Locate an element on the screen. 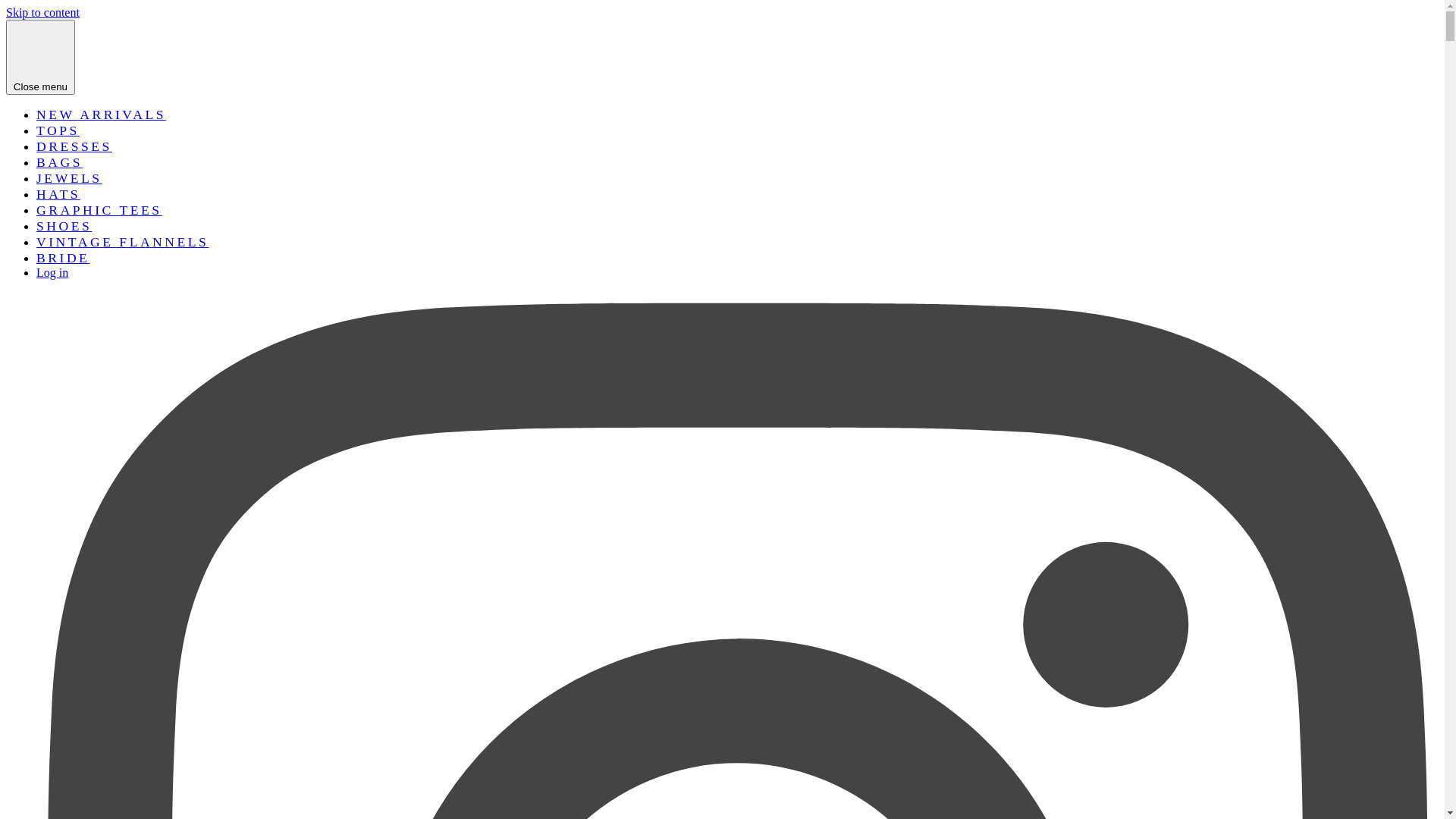 The height and width of the screenshot is (819, 1456). 'Skip to content' is located at coordinates (42, 12).